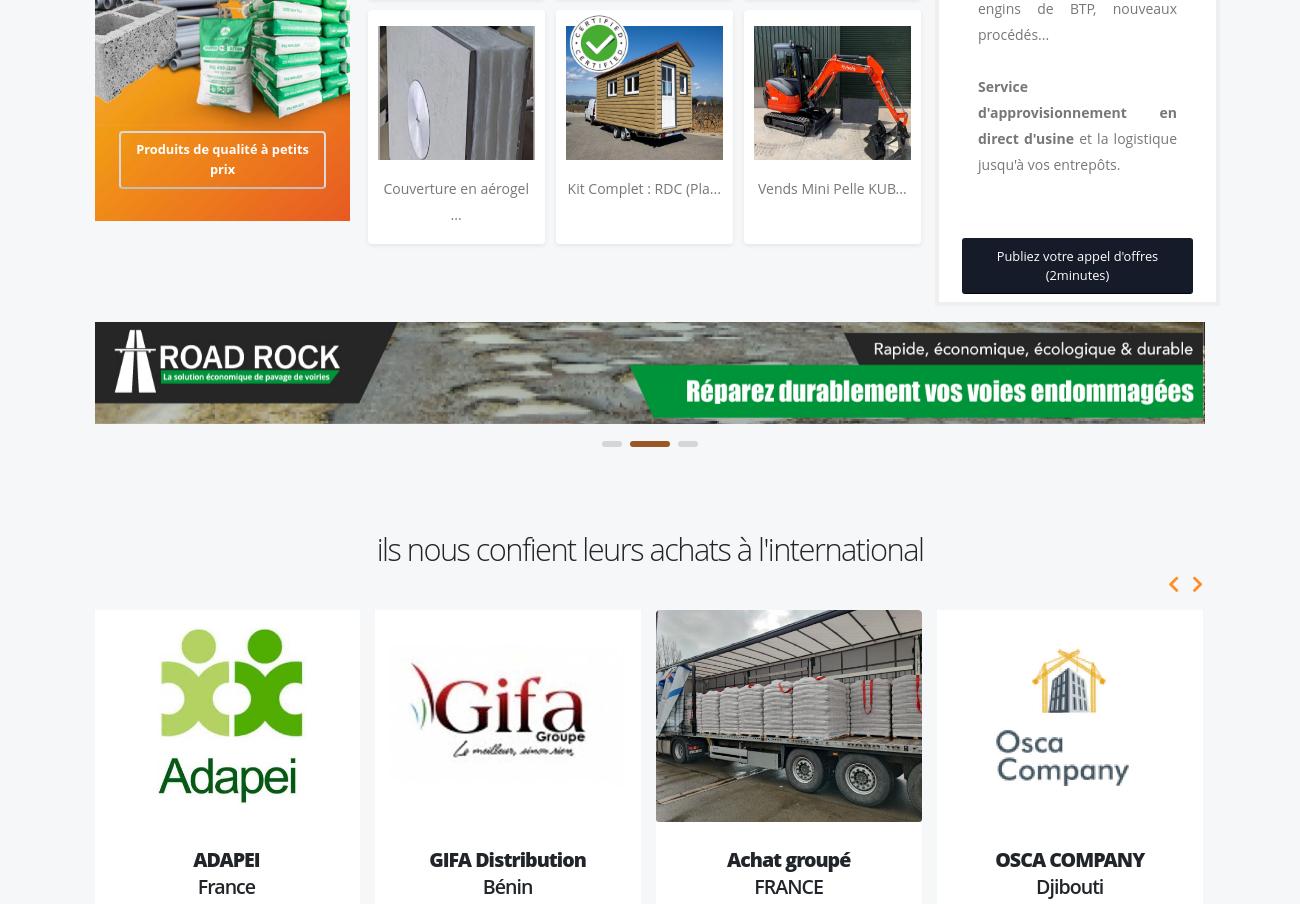  What do you see at coordinates (507, 886) in the screenshot?
I see `'Bénin'` at bounding box center [507, 886].